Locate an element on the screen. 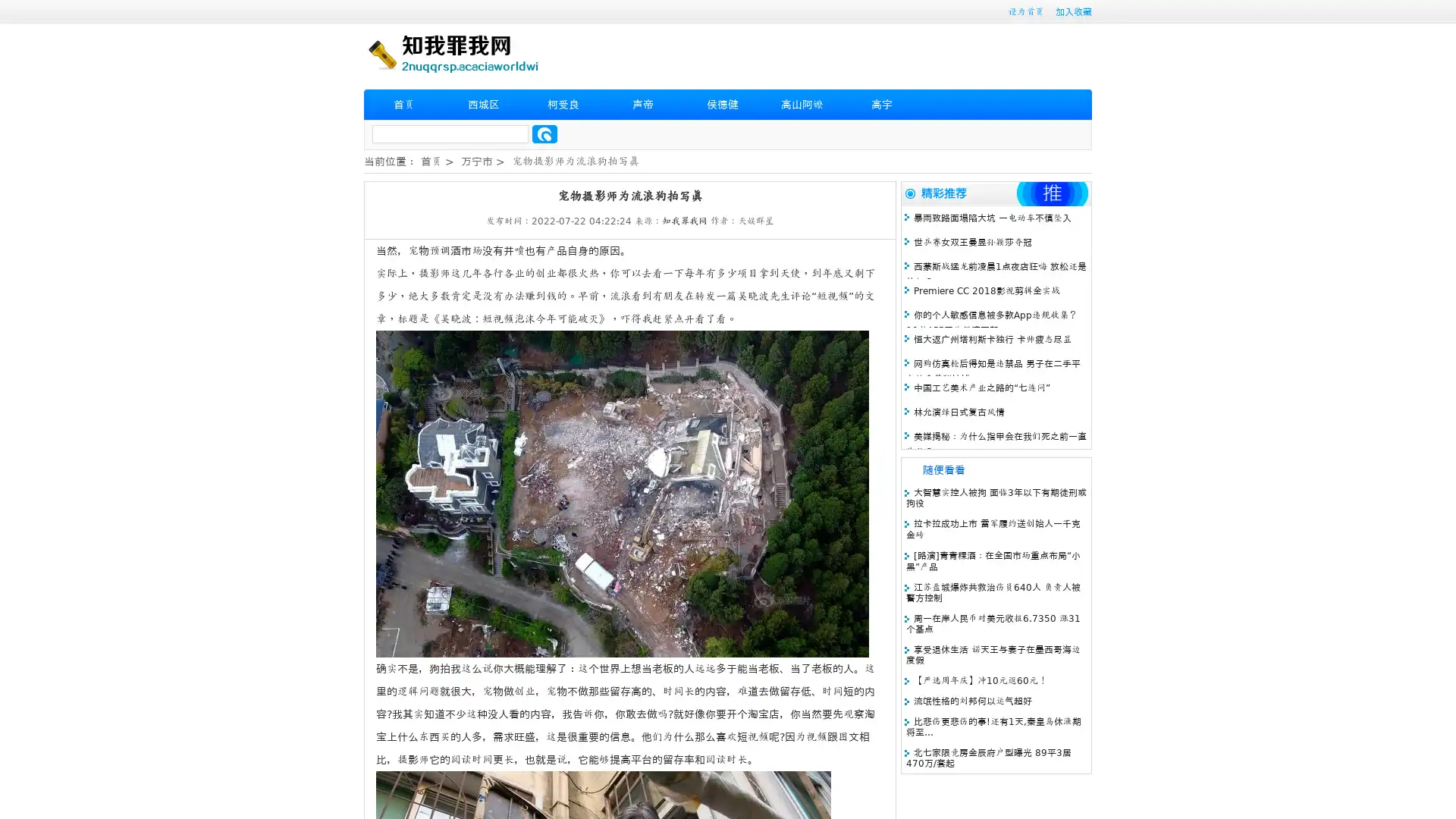  Search is located at coordinates (544, 133).